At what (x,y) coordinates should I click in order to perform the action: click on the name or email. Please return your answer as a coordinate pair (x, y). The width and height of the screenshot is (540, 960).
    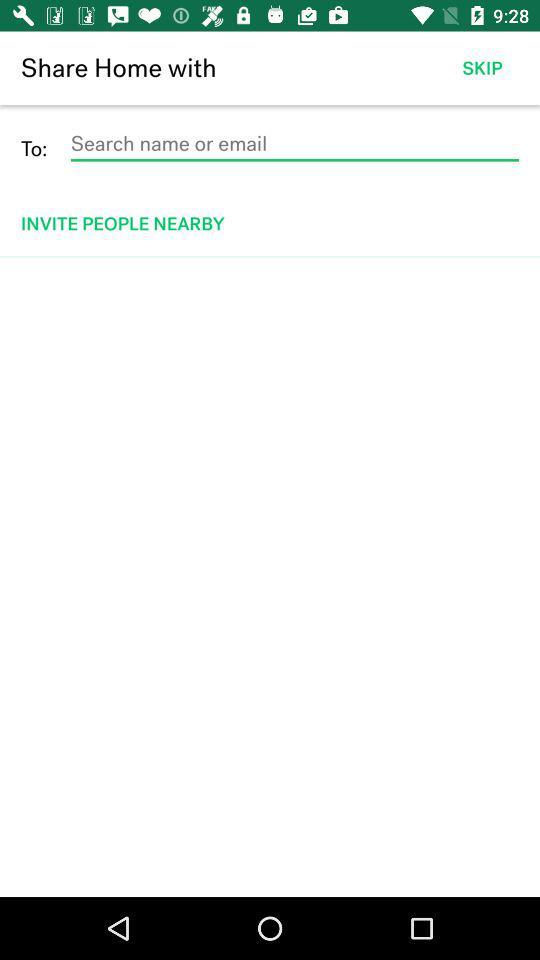
    Looking at the image, I should click on (293, 143).